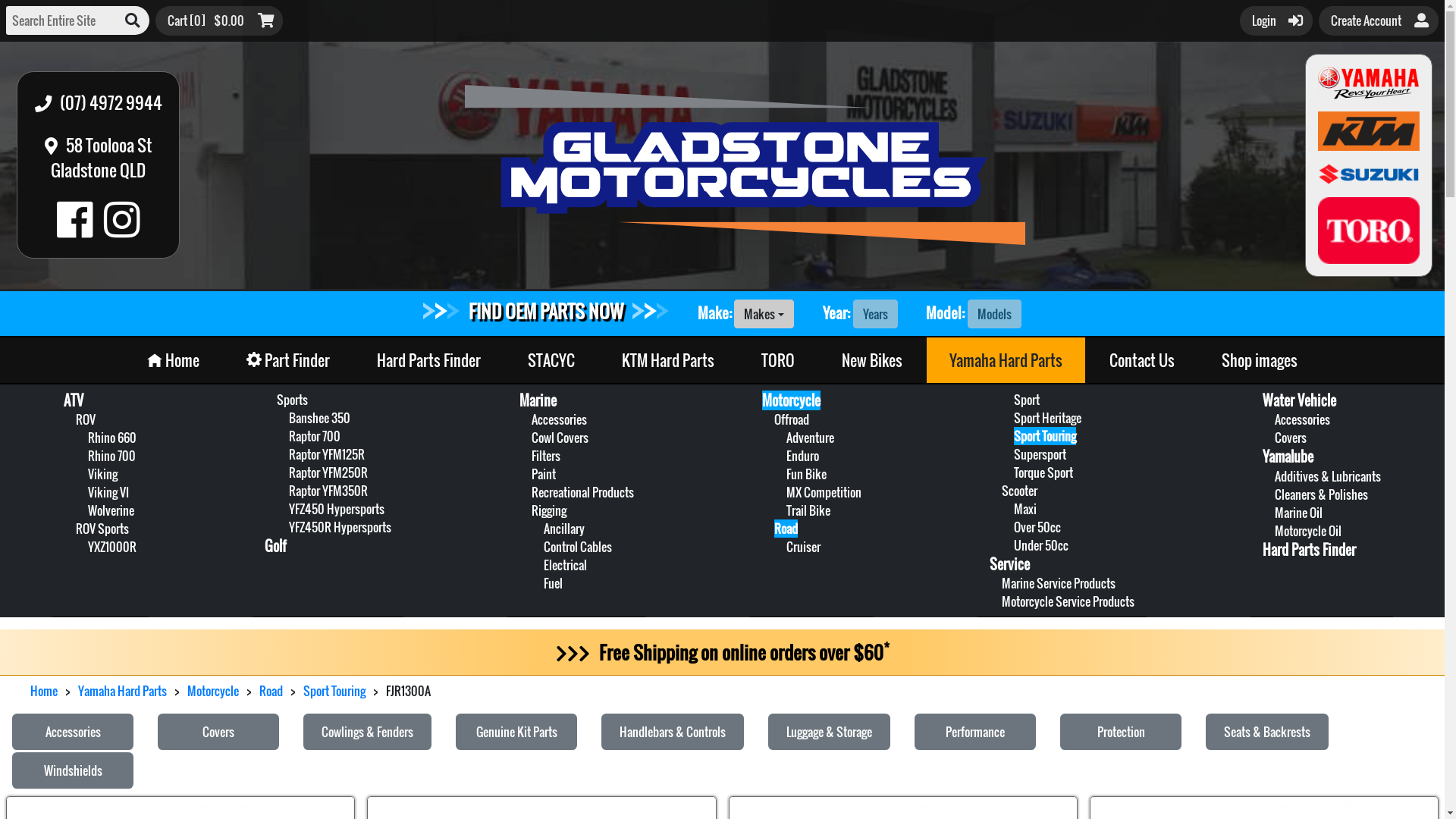  I want to click on 'Maxi', so click(1025, 509).